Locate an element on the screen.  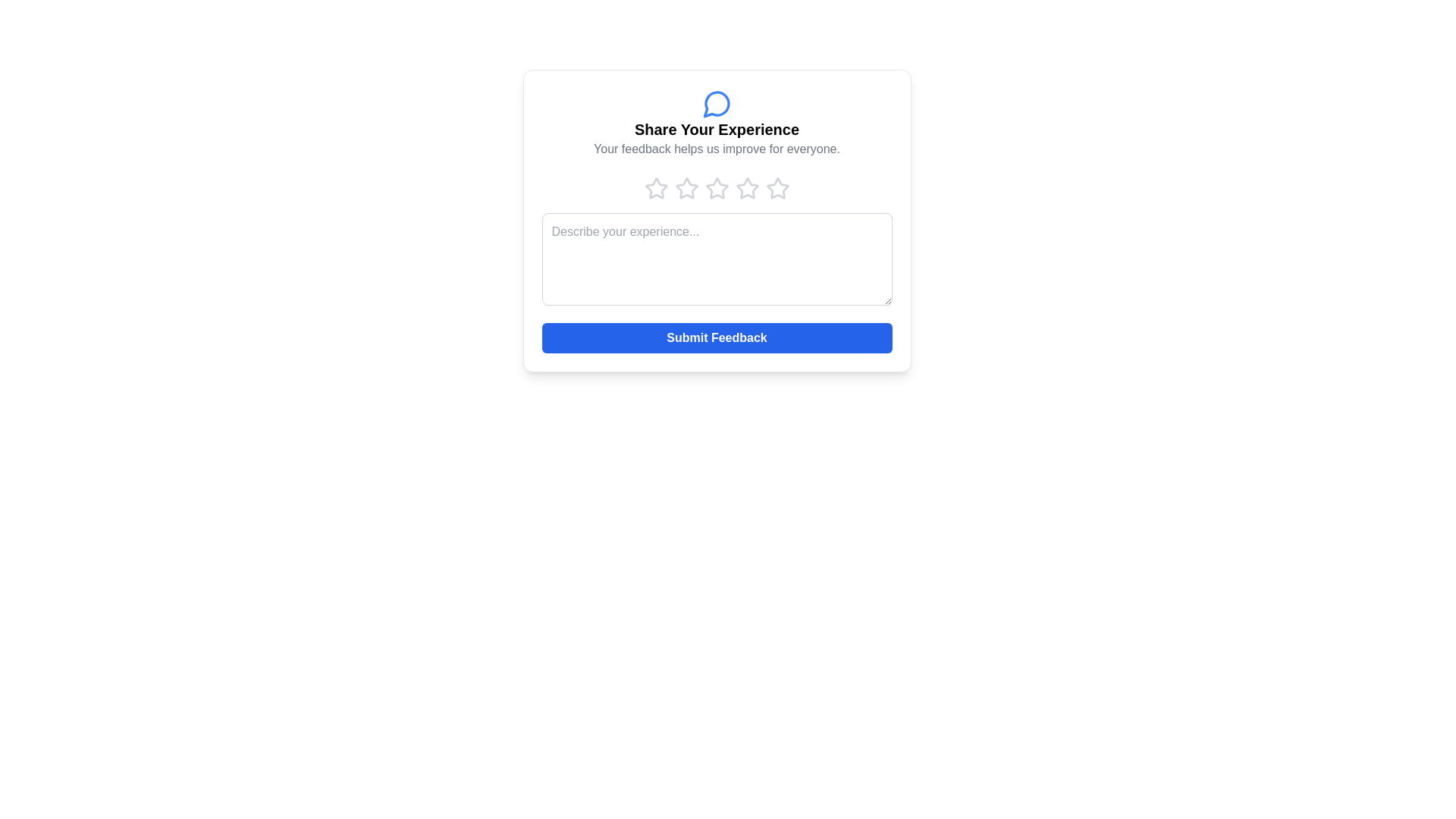
the fourth star icon in the rating system, which features a hollow center and gray outline, located at the top of the feedback card is located at coordinates (777, 187).